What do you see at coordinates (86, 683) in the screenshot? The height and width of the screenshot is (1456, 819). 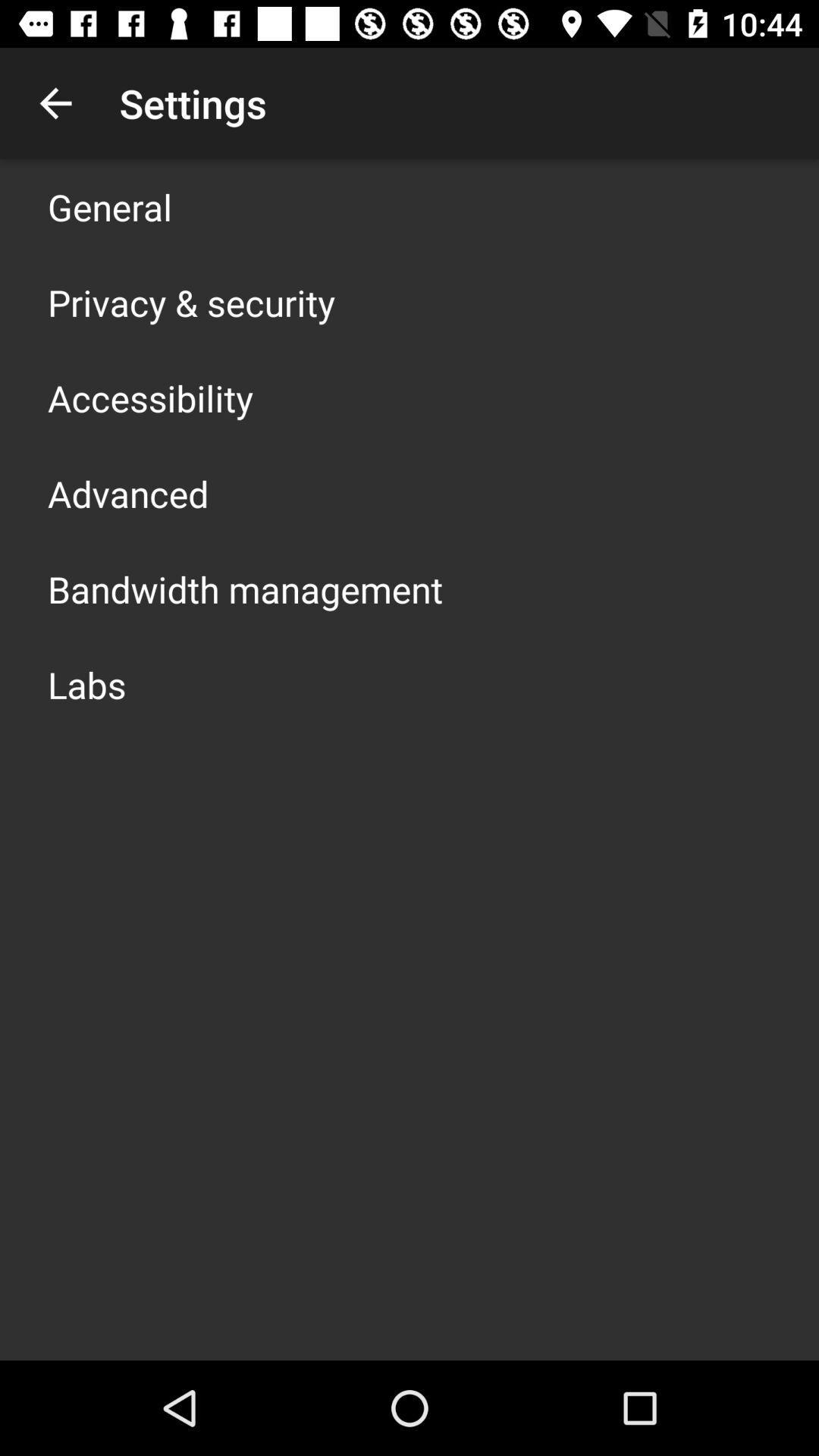 I see `labs icon` at bounding box center [86, 683].